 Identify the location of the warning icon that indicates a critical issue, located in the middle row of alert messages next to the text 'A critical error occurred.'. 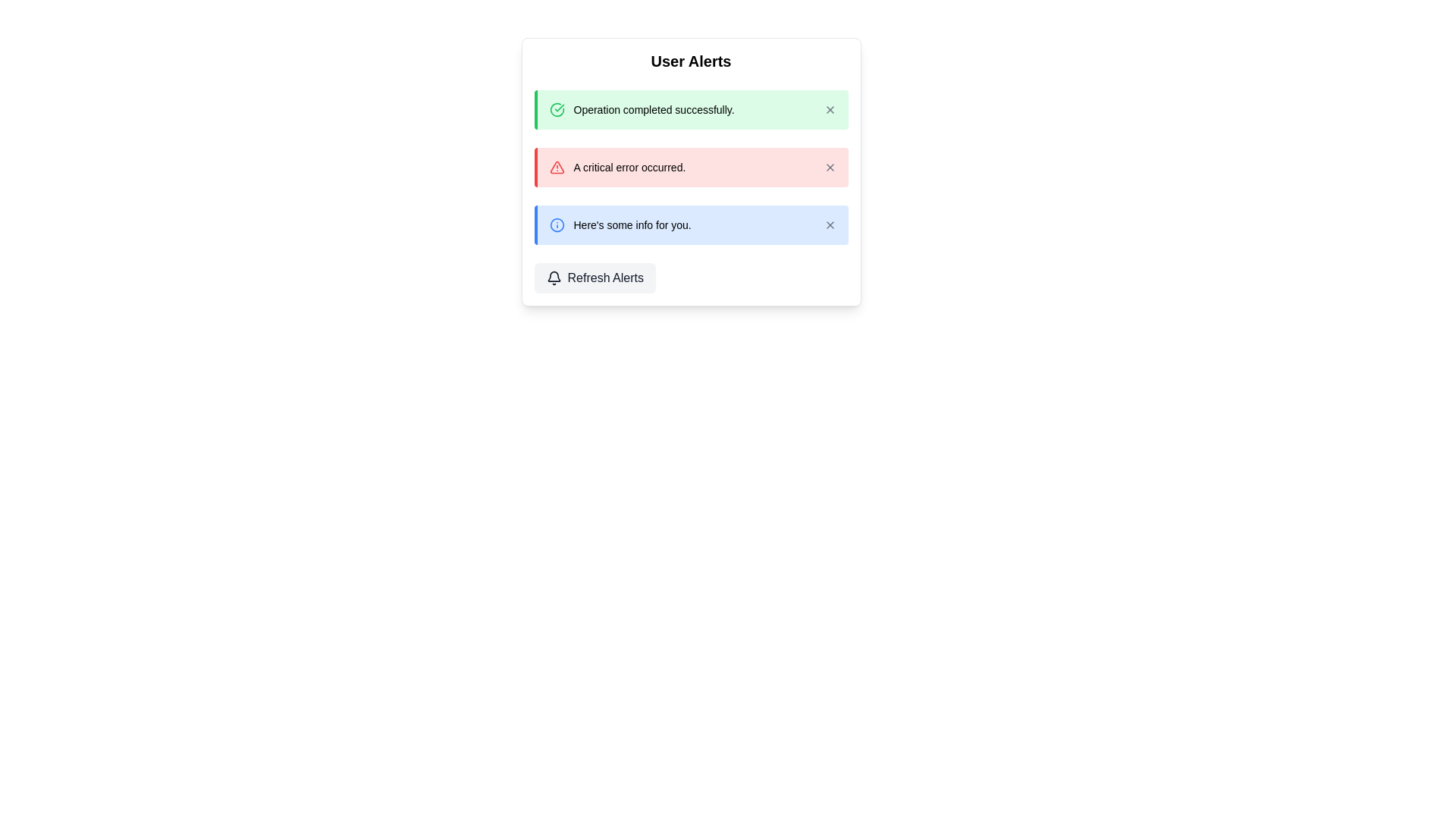
(556, 167).